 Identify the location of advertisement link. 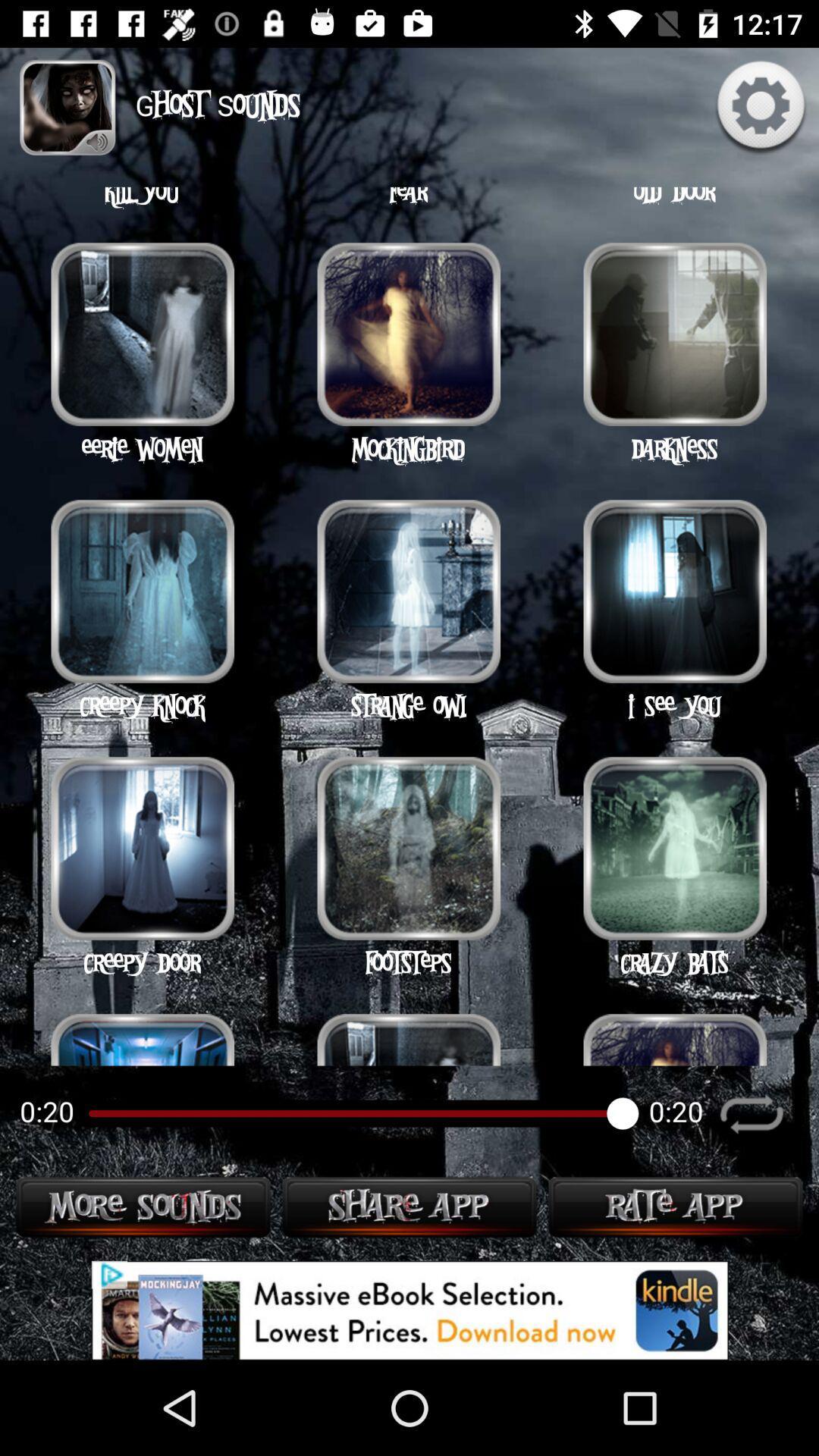
(409, 1310).